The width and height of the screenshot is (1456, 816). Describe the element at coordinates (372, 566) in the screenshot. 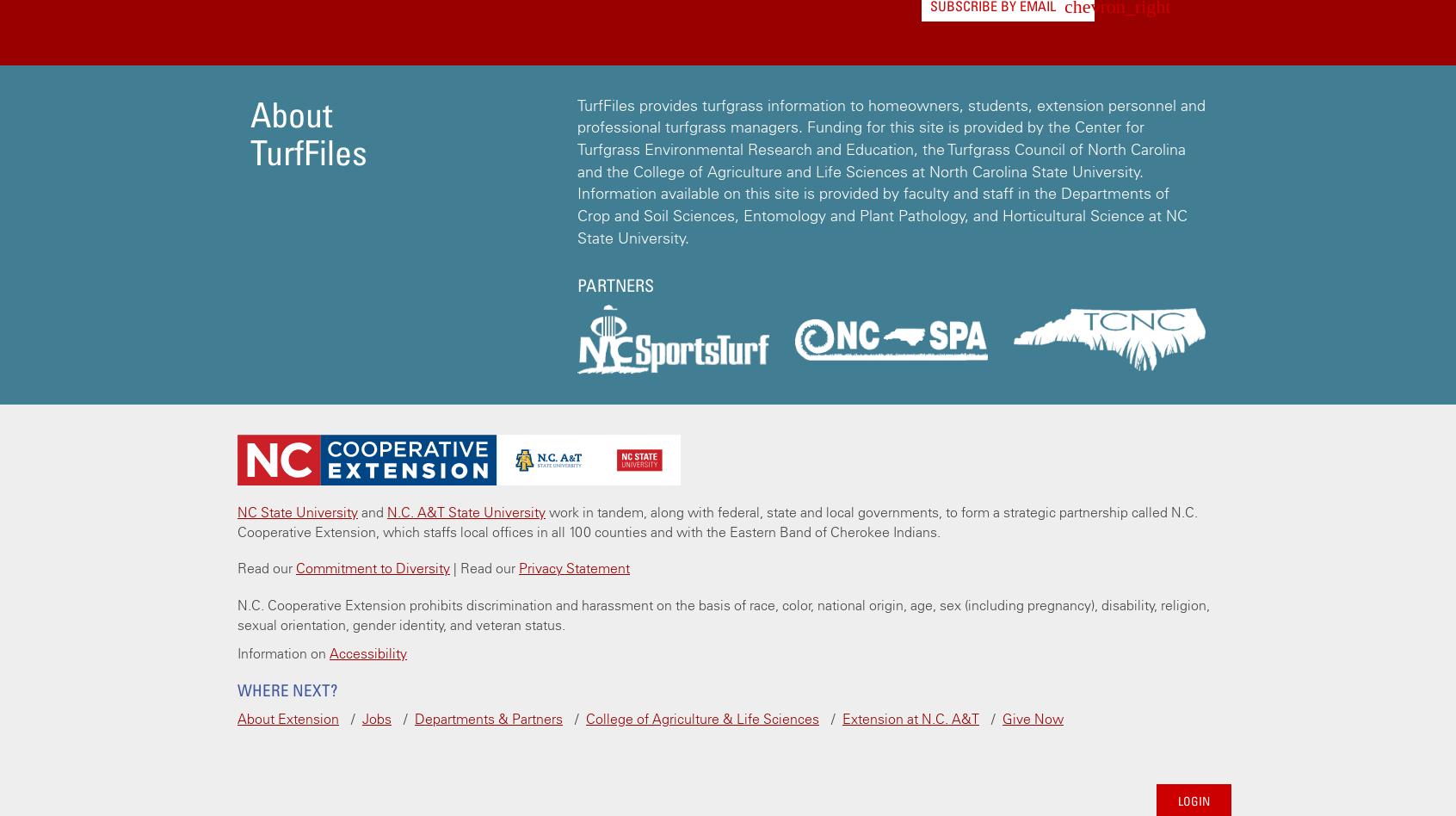

I see `'Commitment to Diversity'` at that location.